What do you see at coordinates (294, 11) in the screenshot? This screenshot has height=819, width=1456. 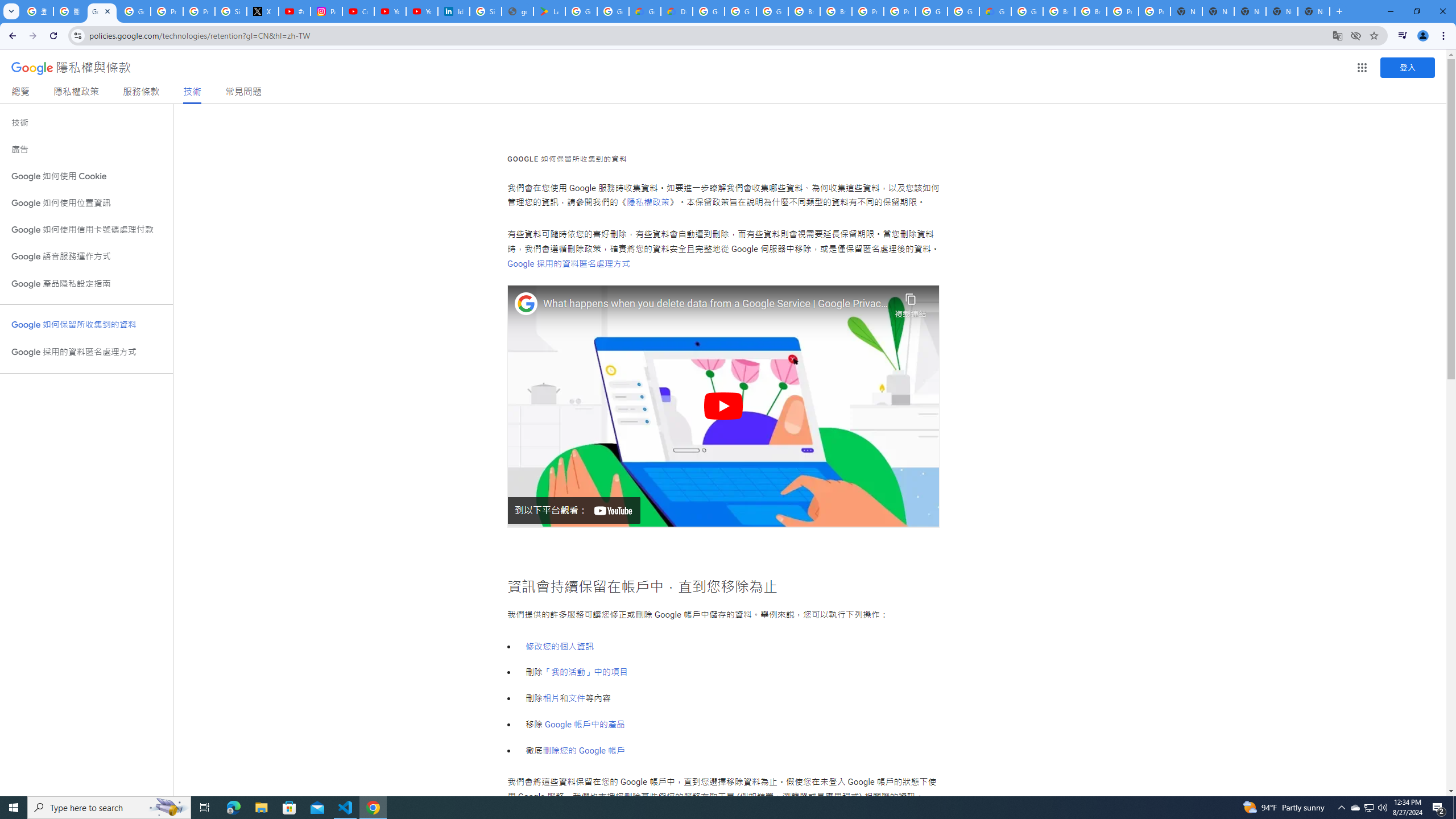 I see `'#nbabasketballhighlights - YouTube'` at bounding box center [294, 11].